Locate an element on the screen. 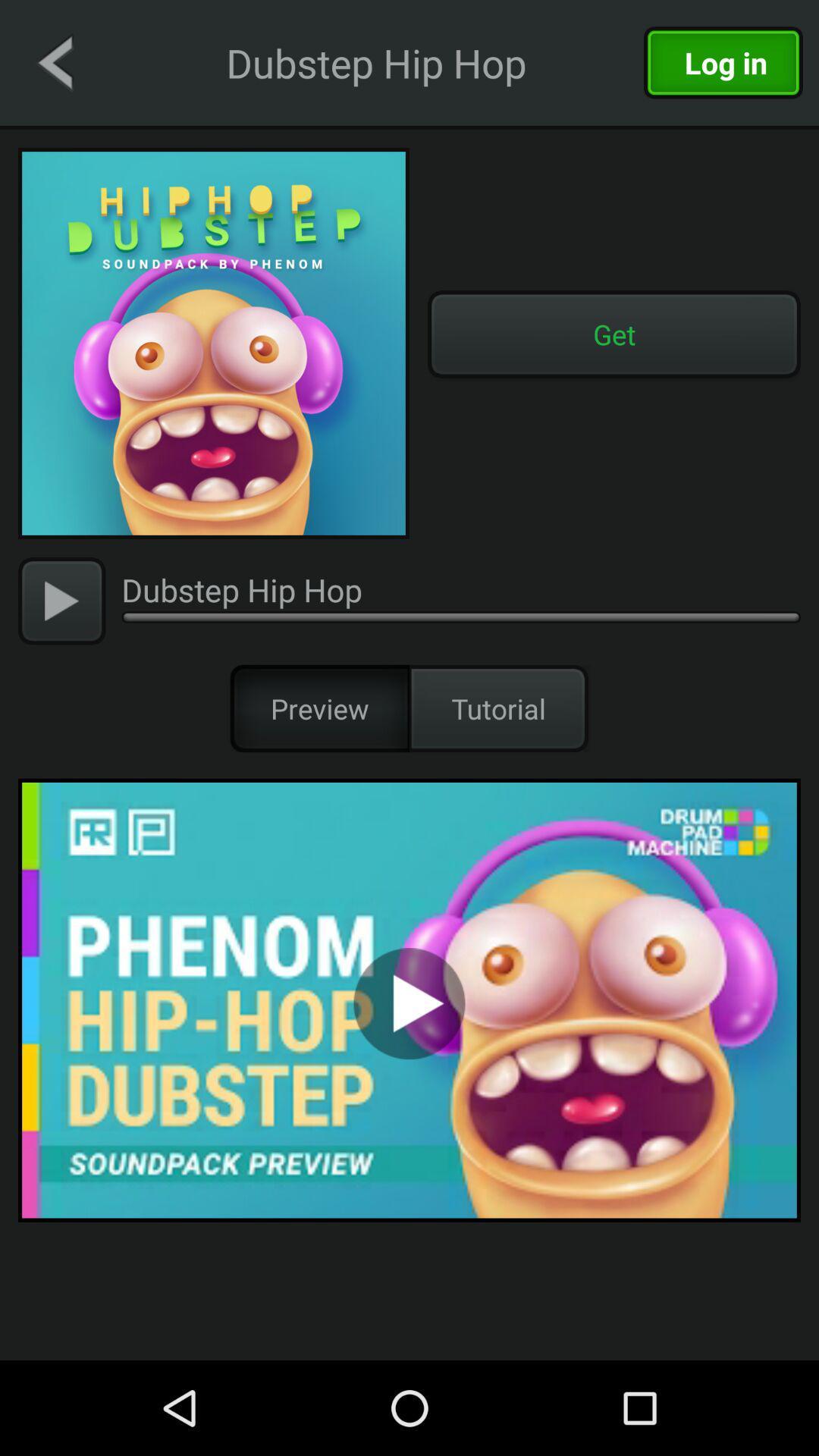  the get icon is located at coordinates (614, 334).